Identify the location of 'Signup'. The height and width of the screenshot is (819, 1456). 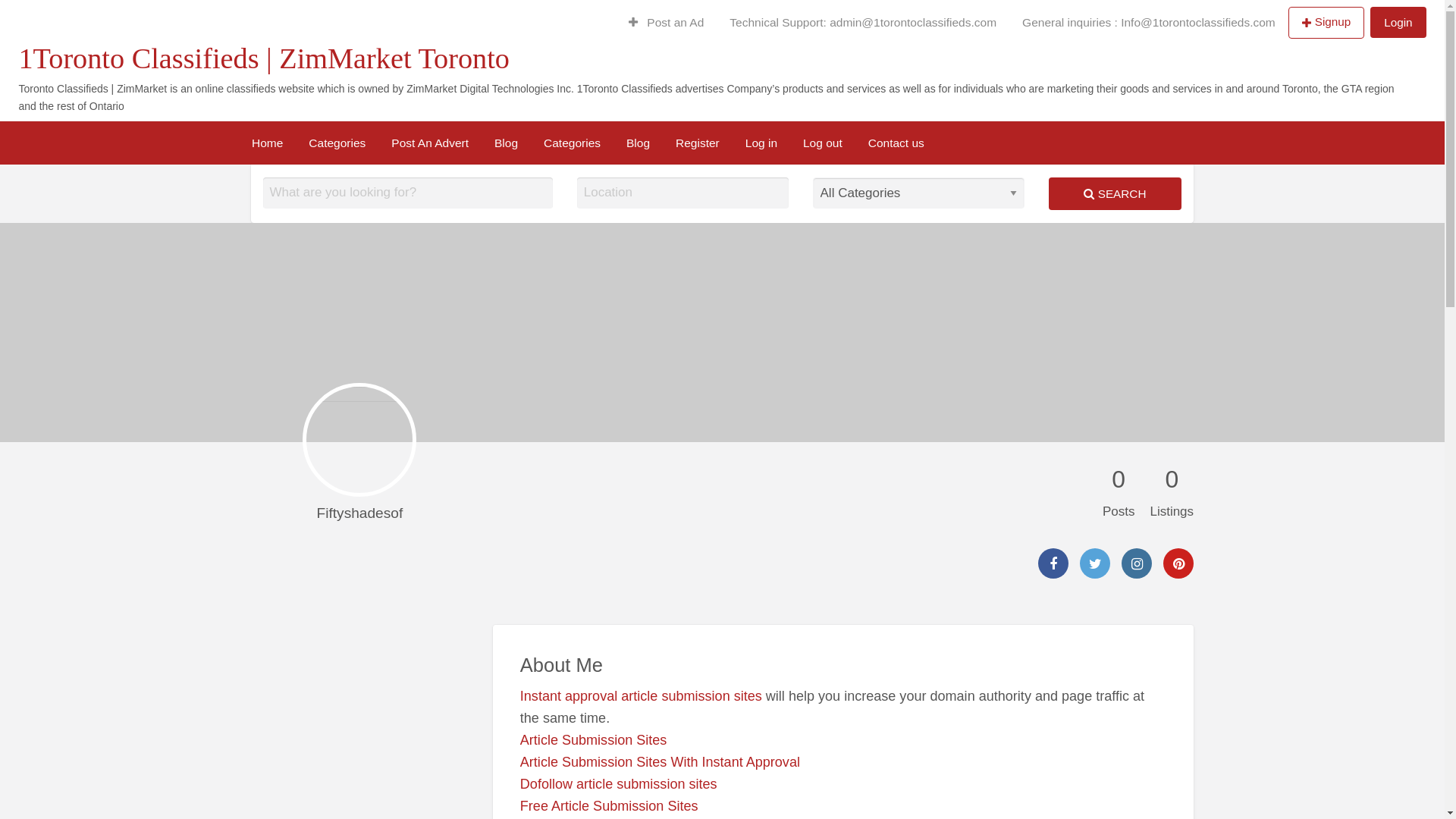
(1326, 22).